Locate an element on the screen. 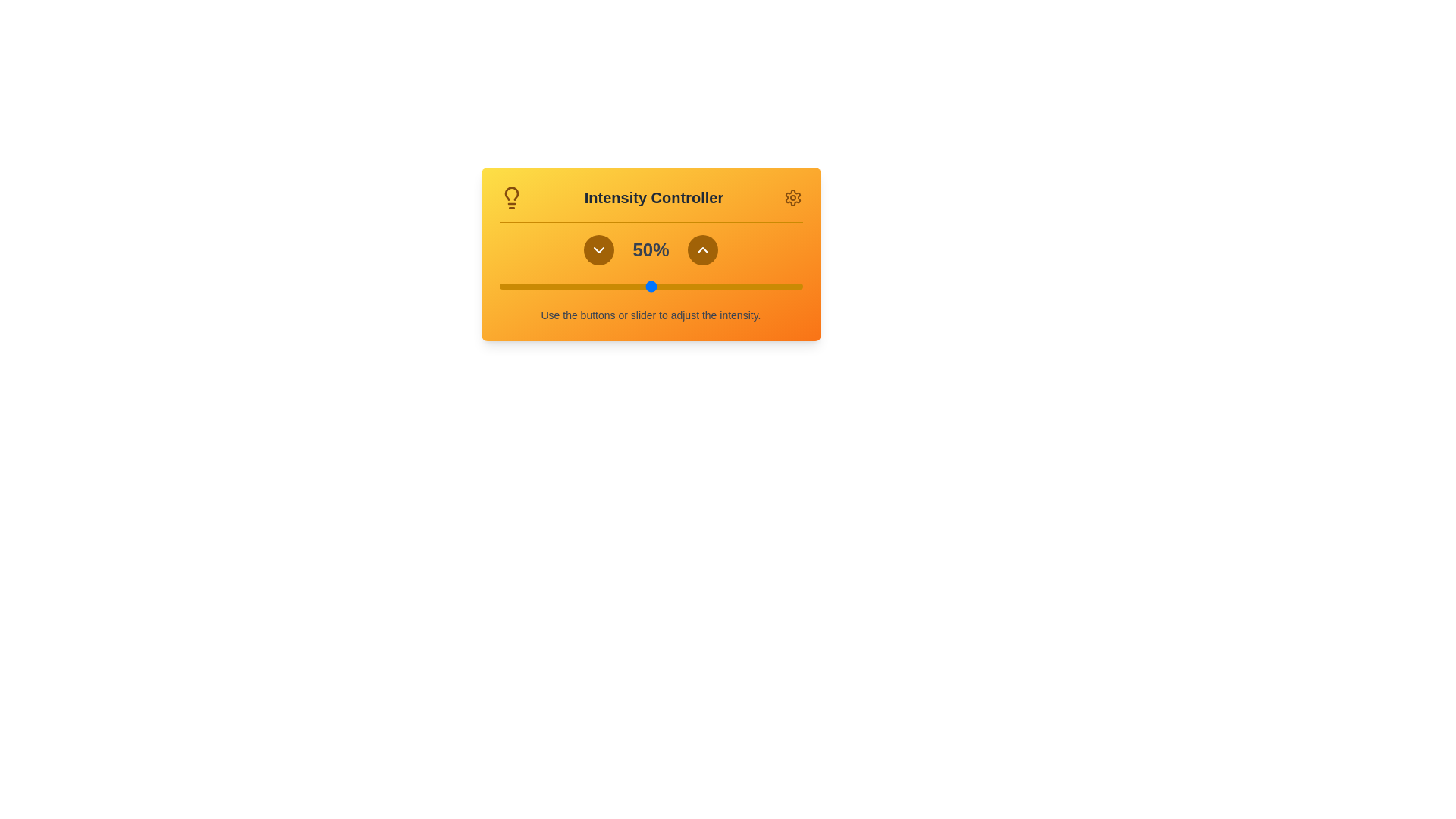  intensity is located at coordinates (577, 287).